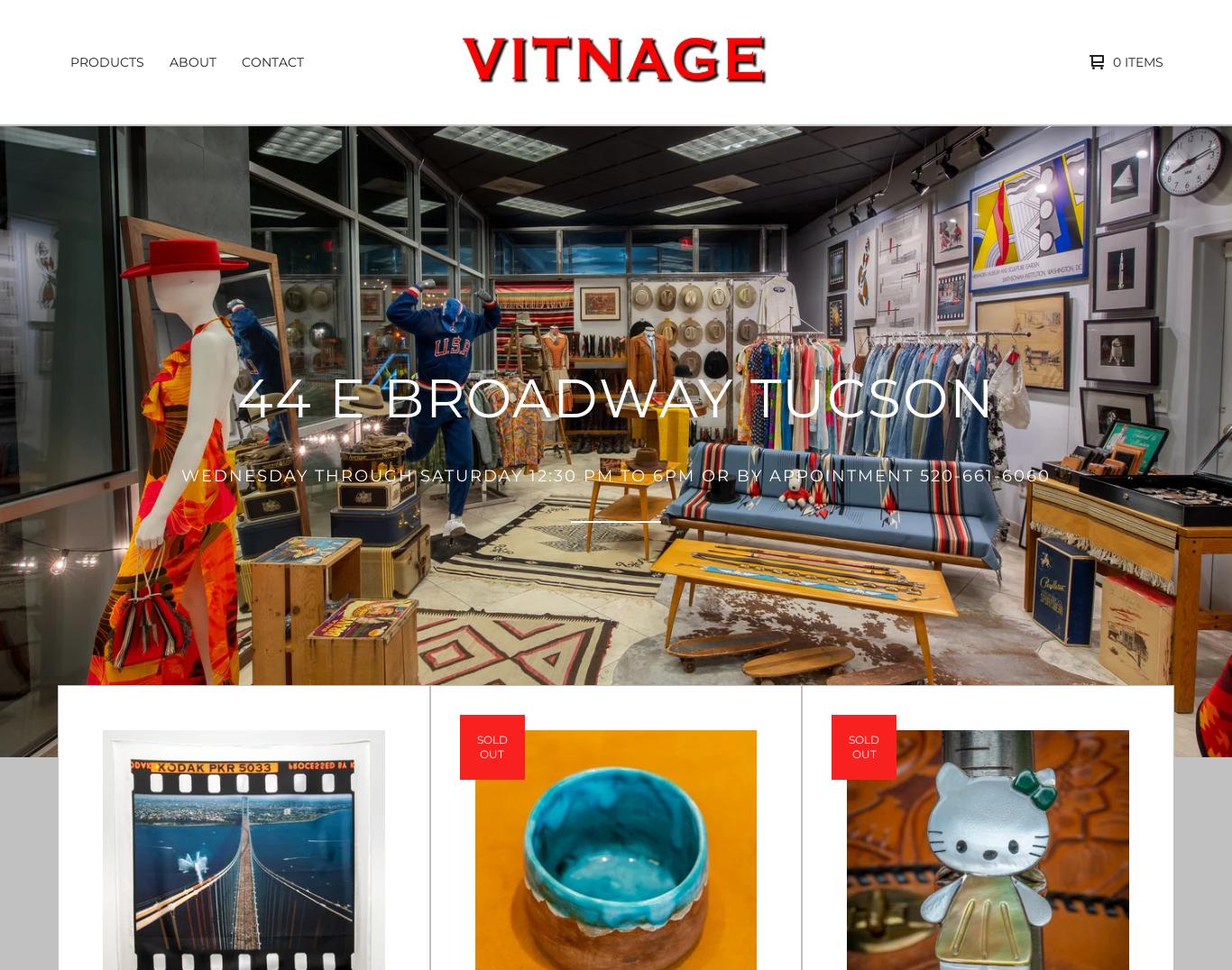 The width and height of the screenshot is (1232, 970). Describe the element at coordinates (73, 134) in the screenshot. I see `'Vintage Boots'` at that location.